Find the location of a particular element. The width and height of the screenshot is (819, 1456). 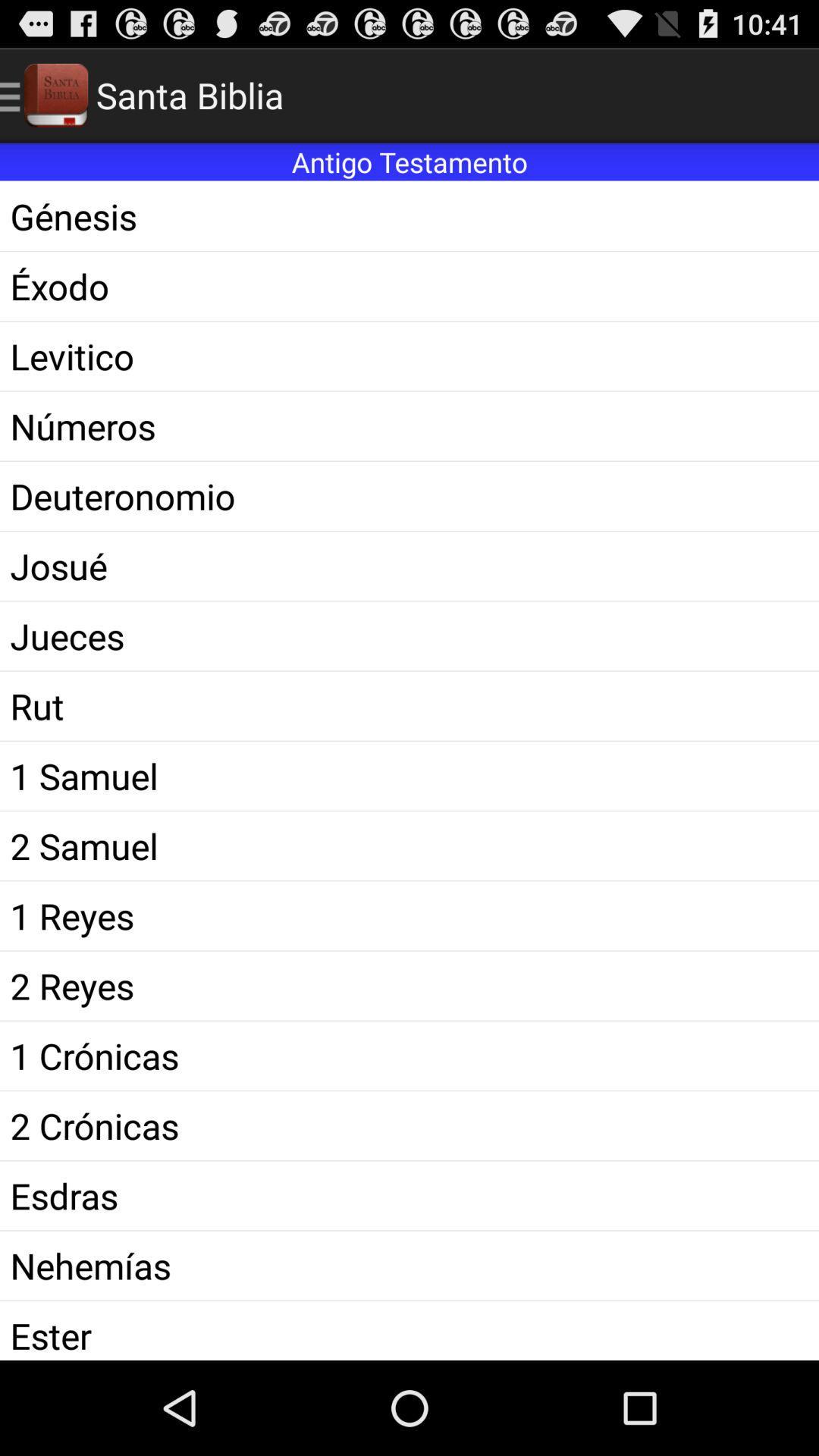

the item above the deuteronomio icon is located at coordinates (409, 425).